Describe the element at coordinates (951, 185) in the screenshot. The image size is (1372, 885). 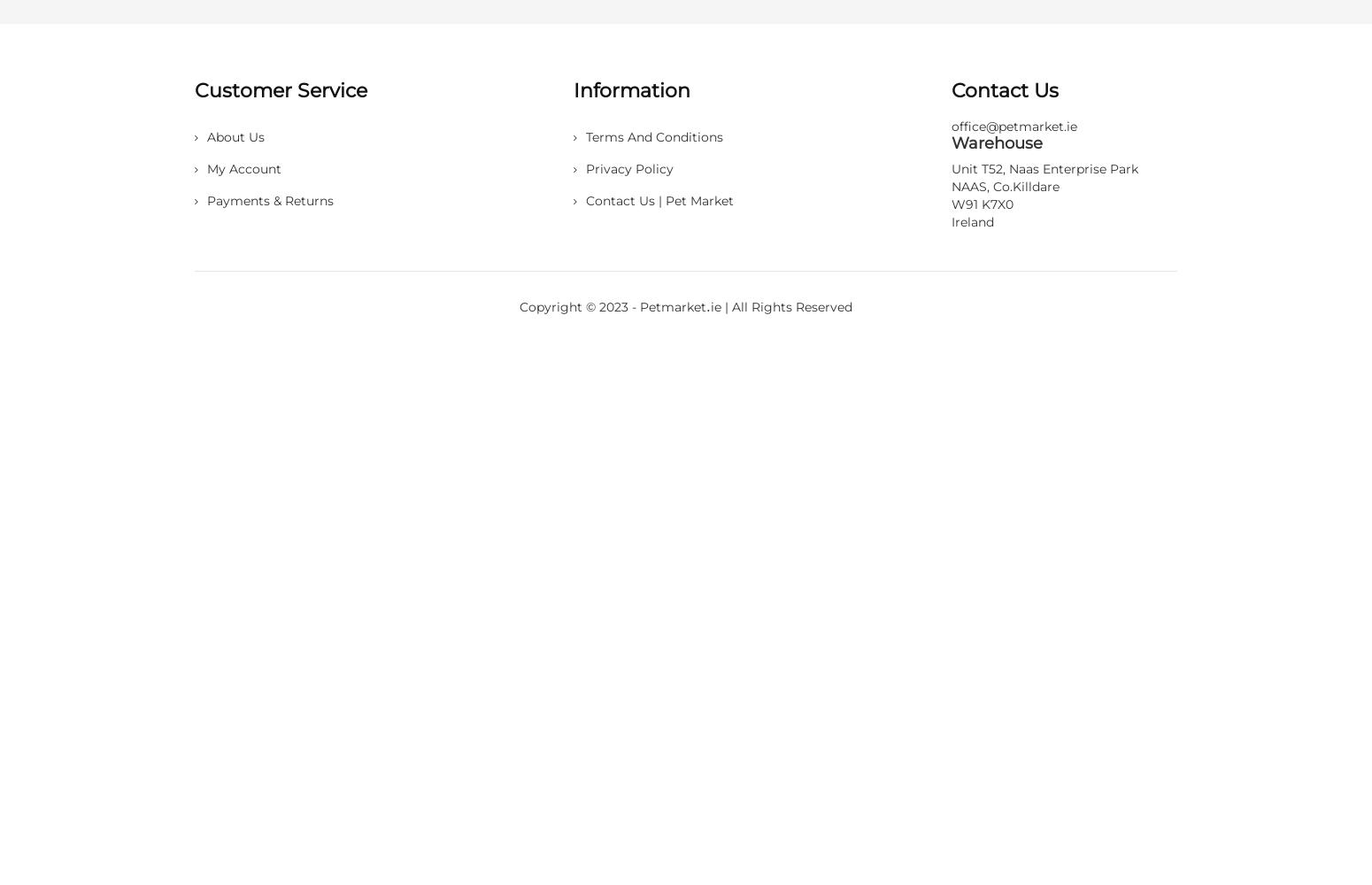
I see `'NAAS, Co.Killdare'` at that location.